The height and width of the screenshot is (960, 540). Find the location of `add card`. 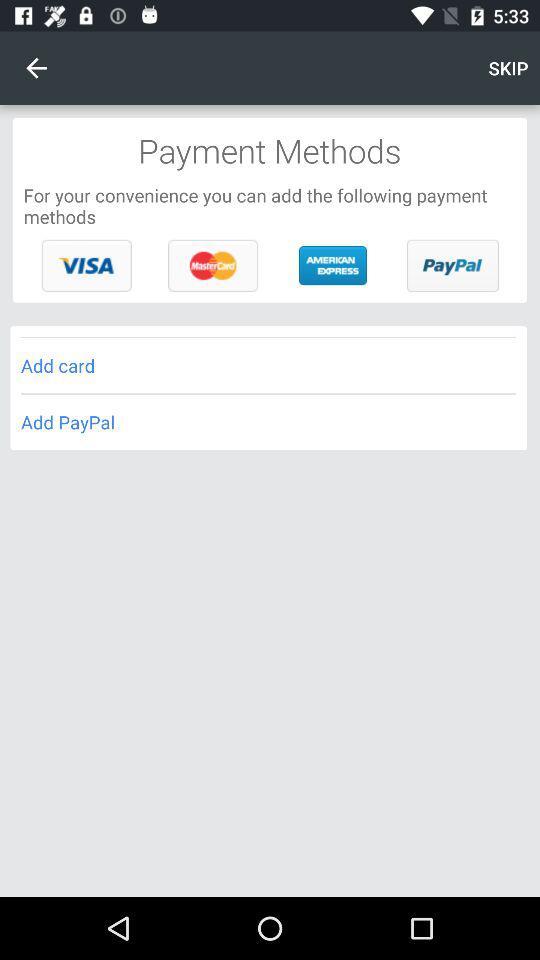

add card is located at coordinates (268, 364).